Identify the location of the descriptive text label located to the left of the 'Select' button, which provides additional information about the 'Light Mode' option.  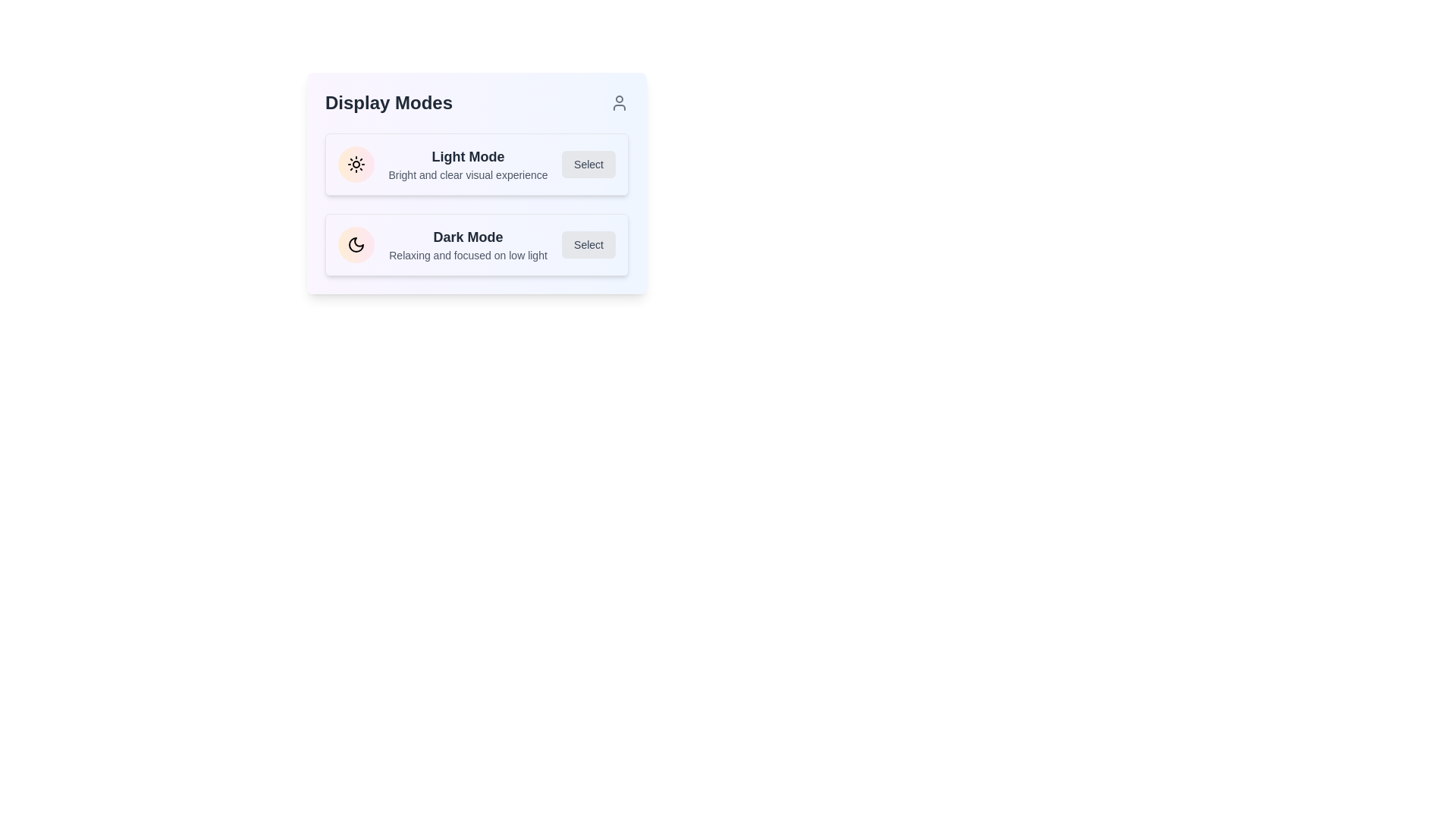
(467, 174).